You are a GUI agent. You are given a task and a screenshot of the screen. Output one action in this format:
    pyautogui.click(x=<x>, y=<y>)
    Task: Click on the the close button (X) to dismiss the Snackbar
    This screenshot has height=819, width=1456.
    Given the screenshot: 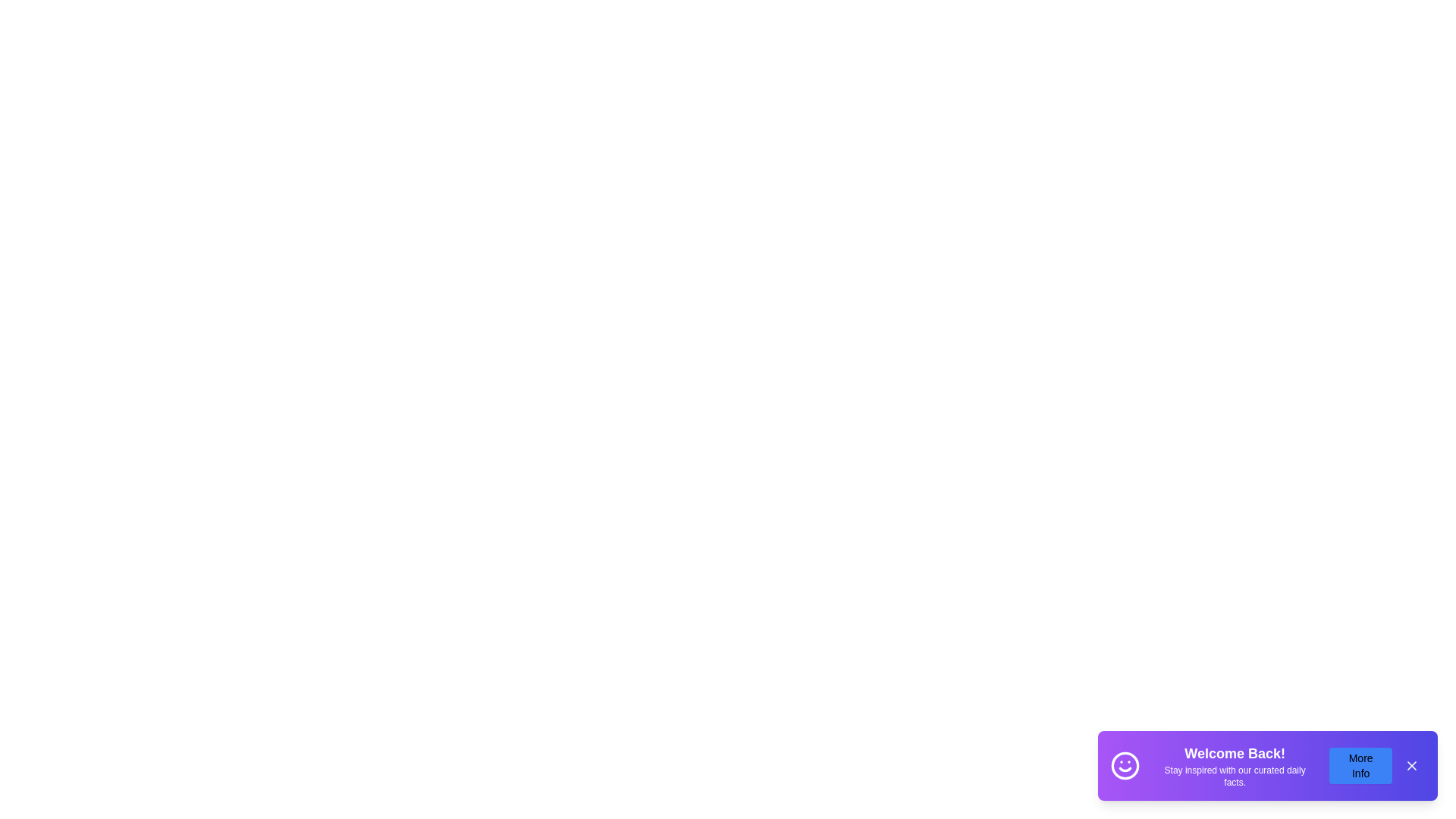 What is the action you would take?
    pyautogui.click(x=1411, y=766)
    